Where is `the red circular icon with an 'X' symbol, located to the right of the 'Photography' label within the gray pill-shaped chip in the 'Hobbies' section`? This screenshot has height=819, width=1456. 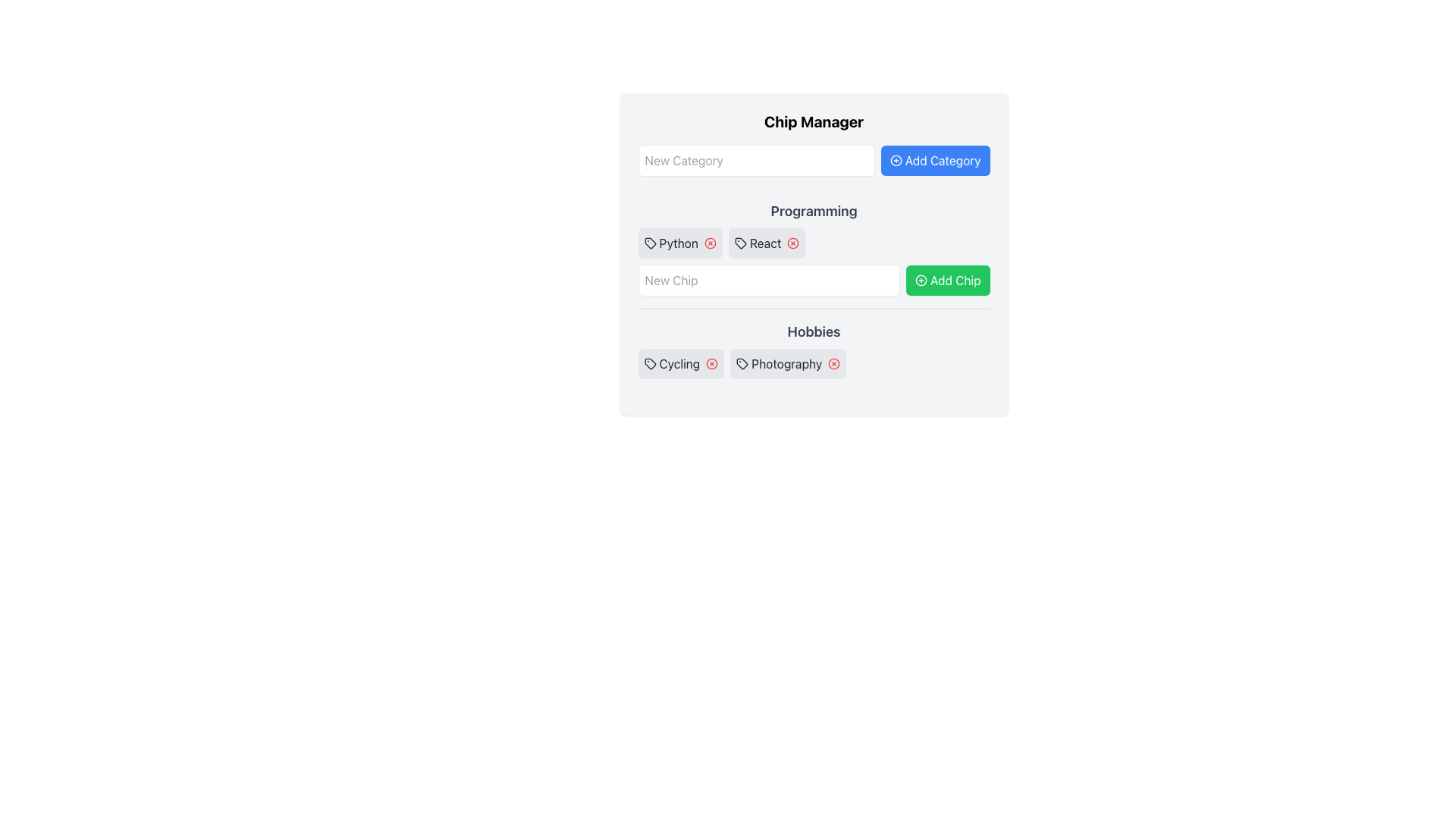
the red circular icon with an 'X' symbol, located to the right of the 'Photography' label within the gray pill-shaped chip in the 'Hobbies' section is located at coordinates (830, 363).